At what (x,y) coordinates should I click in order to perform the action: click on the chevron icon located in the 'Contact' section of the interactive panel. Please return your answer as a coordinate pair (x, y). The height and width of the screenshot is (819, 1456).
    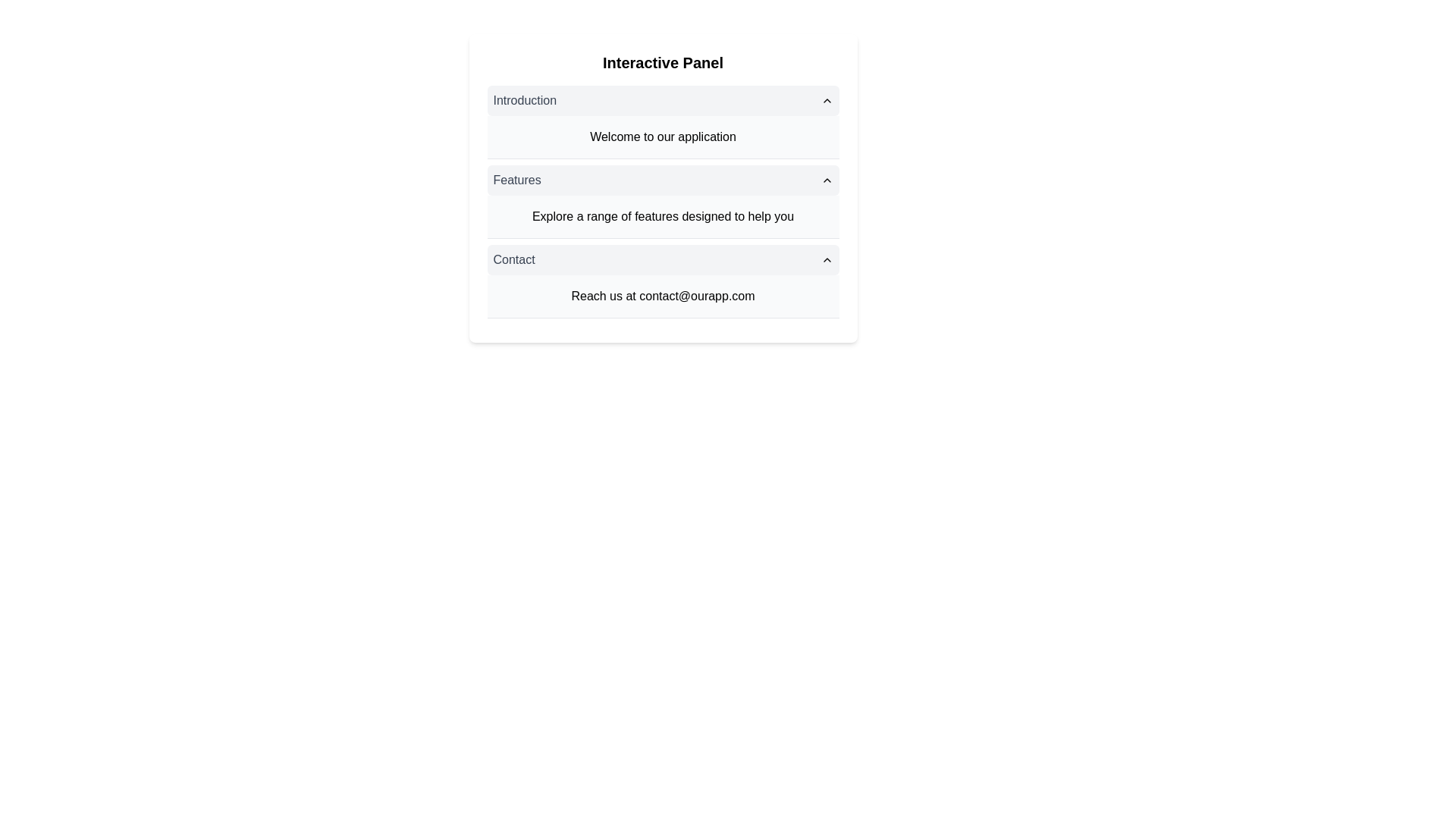
    Looking at the image, I should click on (826, 259).